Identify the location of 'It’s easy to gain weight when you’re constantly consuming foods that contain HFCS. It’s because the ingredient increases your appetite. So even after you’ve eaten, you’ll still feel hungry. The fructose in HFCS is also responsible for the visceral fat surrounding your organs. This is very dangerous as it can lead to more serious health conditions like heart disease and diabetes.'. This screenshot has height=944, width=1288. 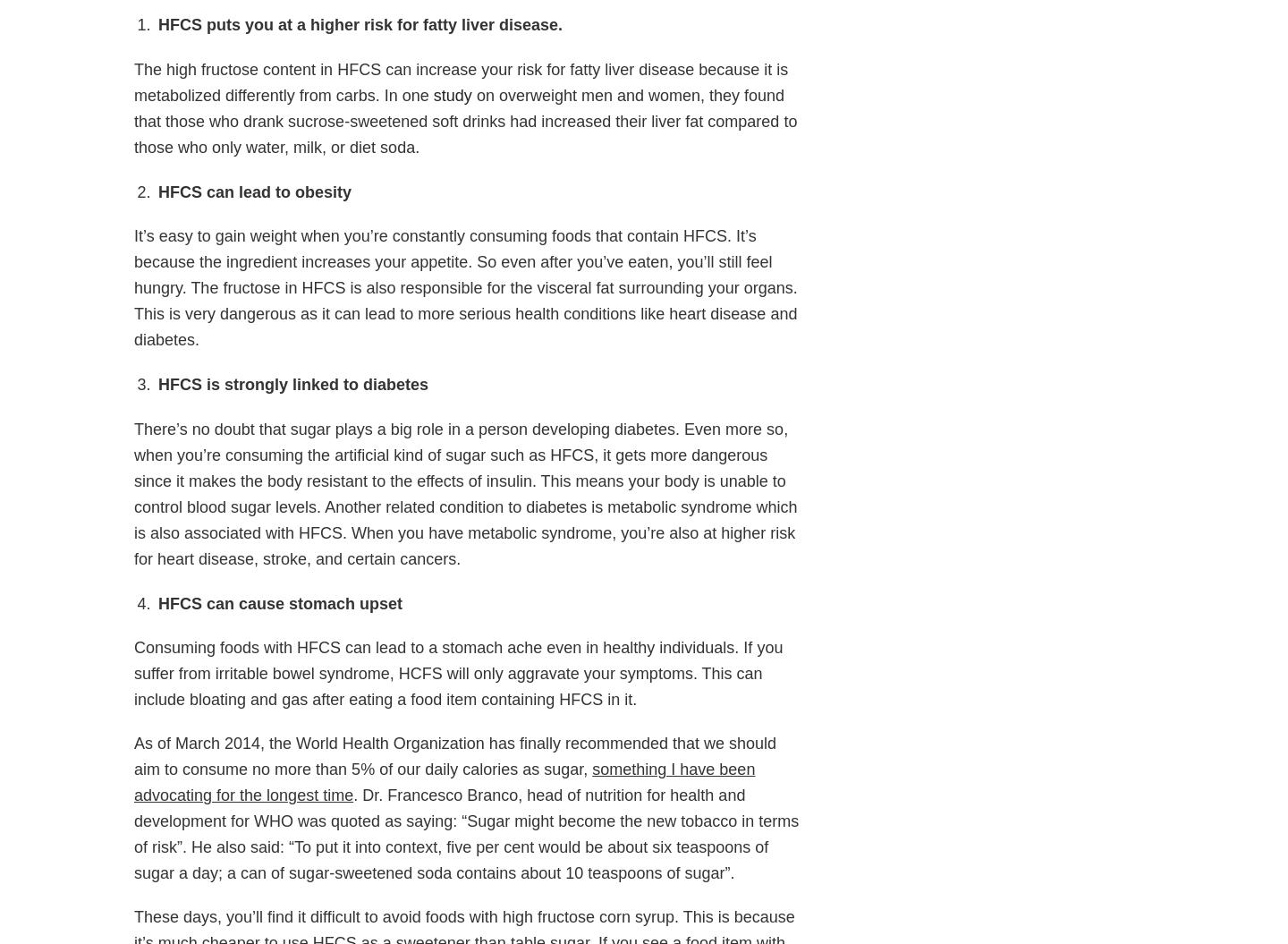
(464, 286).